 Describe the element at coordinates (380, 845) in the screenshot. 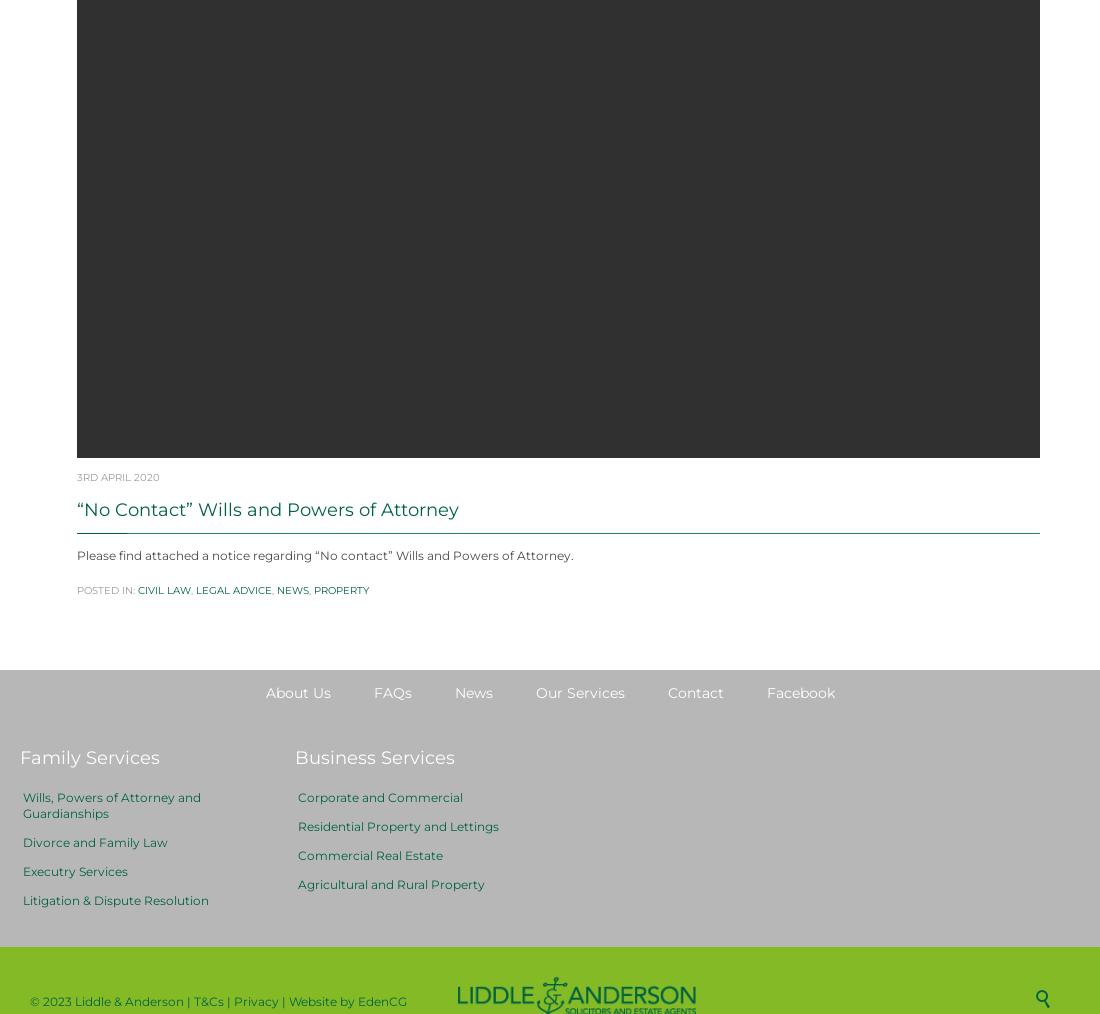

I see `'Corporate and Commercial'` at that location.